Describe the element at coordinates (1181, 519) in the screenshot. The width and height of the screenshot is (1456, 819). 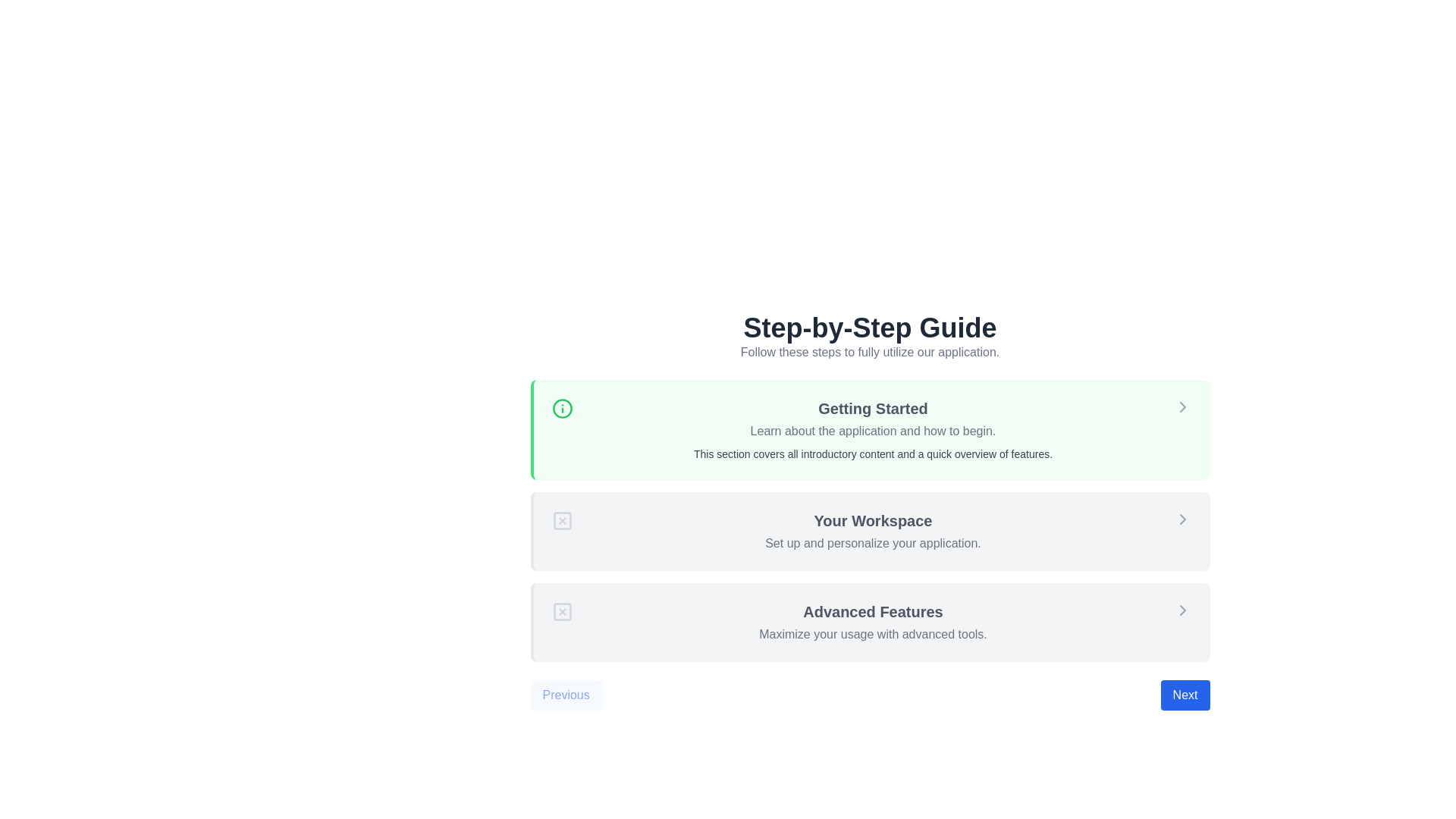
I see `the chevron icon located at the right end of the 'Your Workspace' section` at that location.